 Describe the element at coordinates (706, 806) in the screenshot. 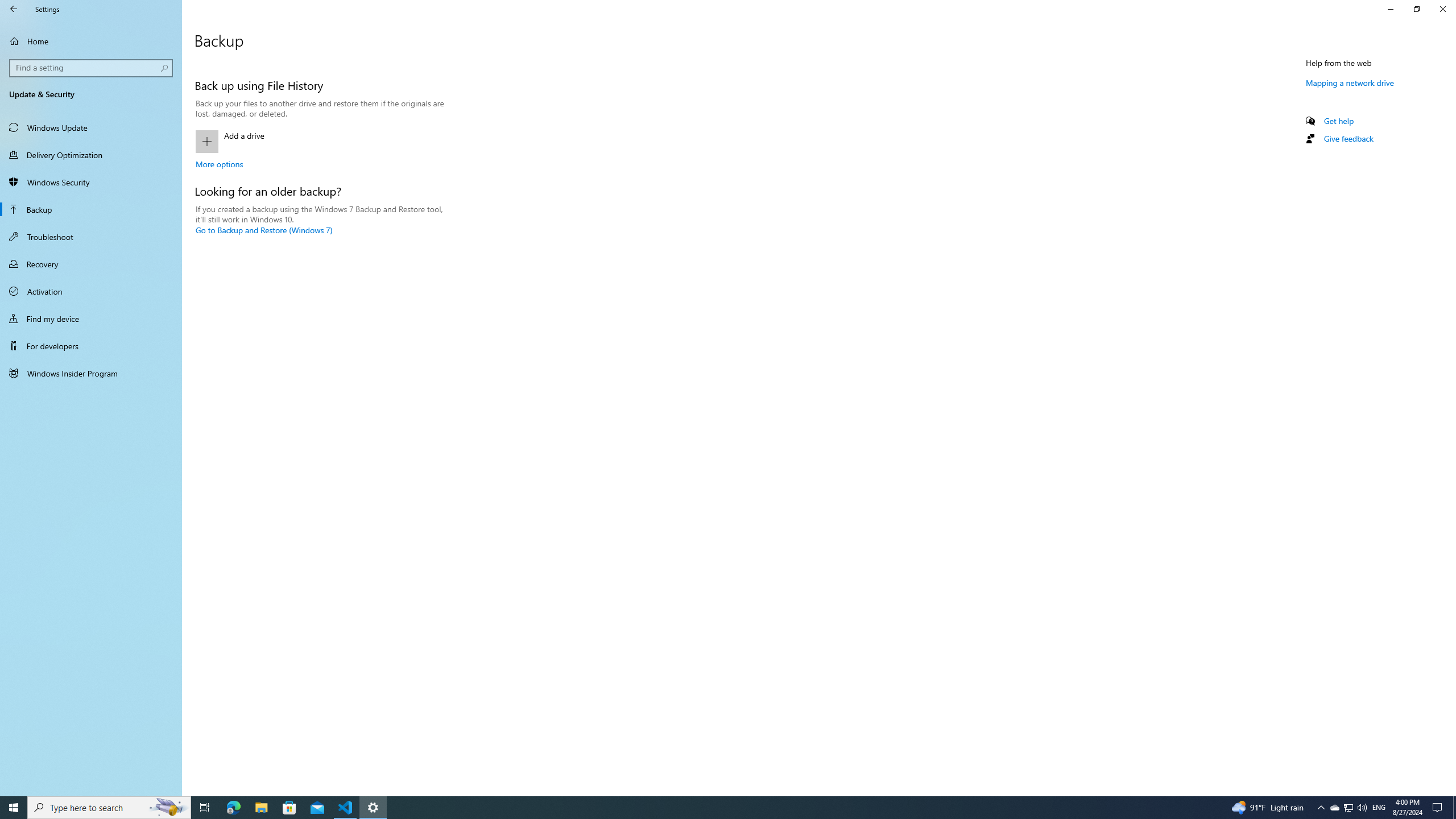

I see `'Running applications'` at that location.